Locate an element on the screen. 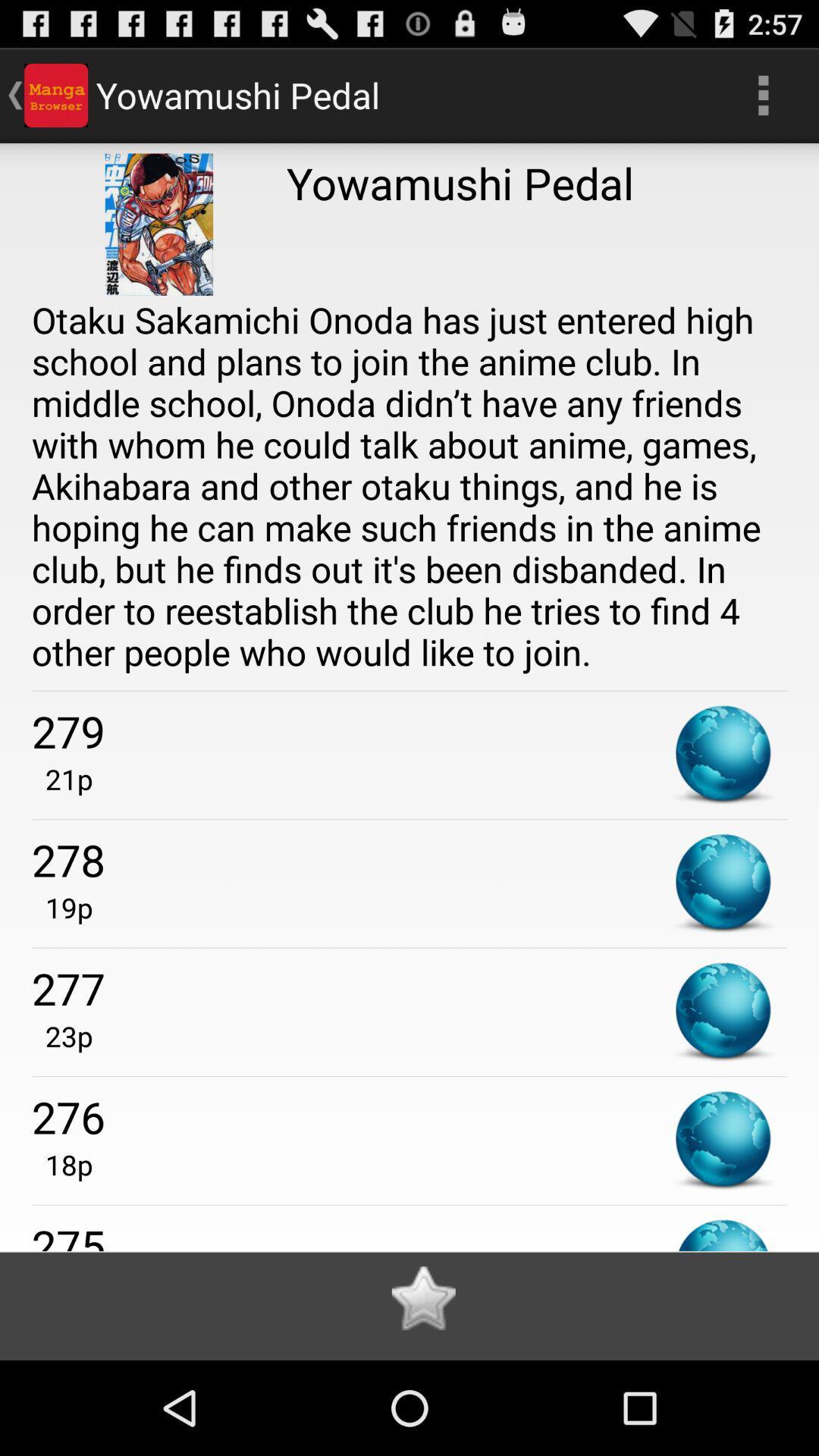  275 icon is located at coordinates (409, 1233).